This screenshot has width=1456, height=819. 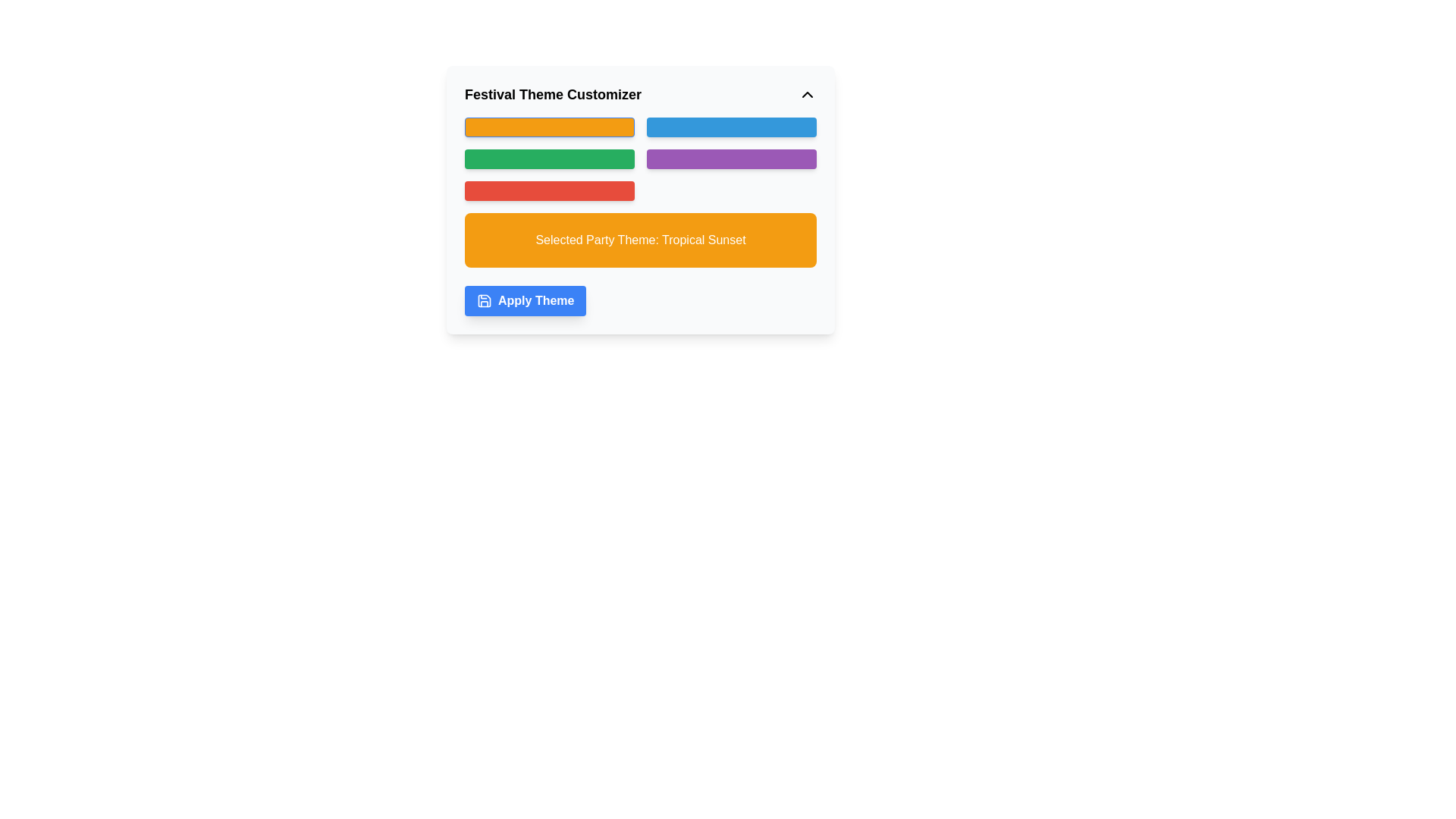 What do you see at coordinates (552, 94) in the screenshot?
I see `the static text label that serves as the title for the panel, indicating the customization of festival themes` at bounding box center [552, 94].